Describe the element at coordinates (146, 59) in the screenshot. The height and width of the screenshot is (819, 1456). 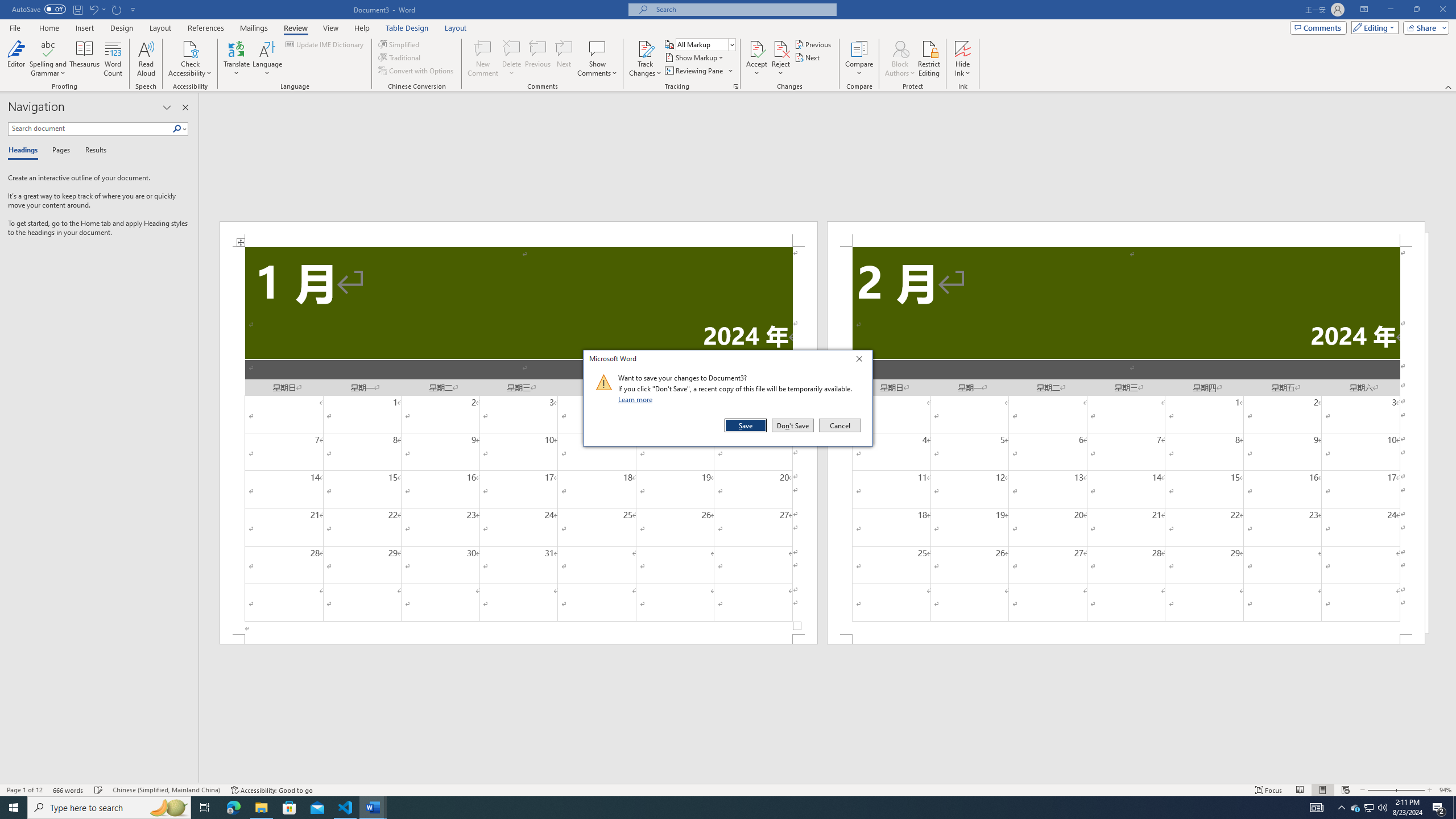
I see `'Read Aloud'` at that location.